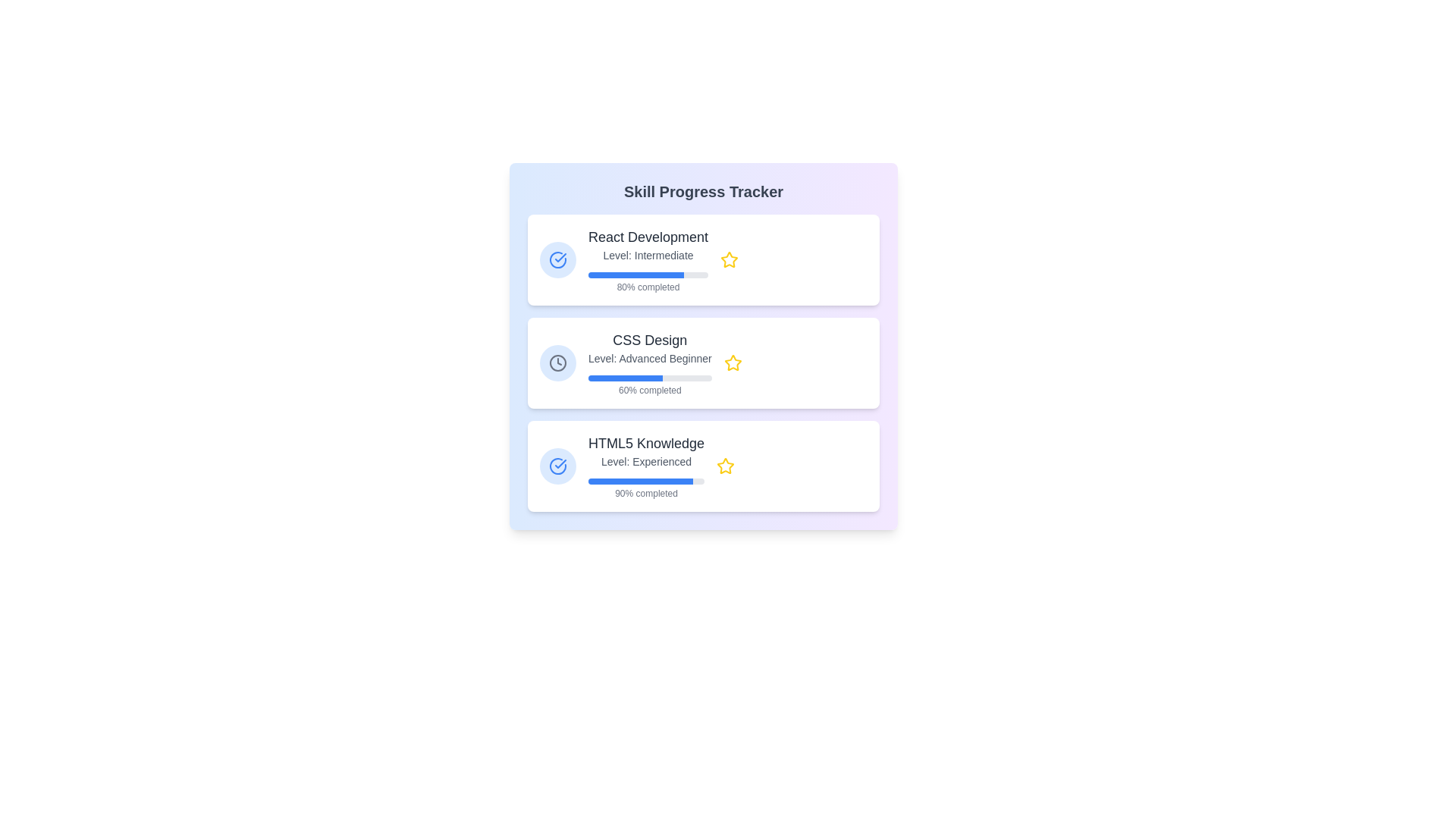 The height and width of the screenshot is (819, 1456). What do you see at coordinates (557, 465) in the screenshot?
I see `the area containing the success icon for the 'React Development' progress card, which is located on the left side of the card in the Skill Progress Tracker interface` at bounding box center [557, 465].